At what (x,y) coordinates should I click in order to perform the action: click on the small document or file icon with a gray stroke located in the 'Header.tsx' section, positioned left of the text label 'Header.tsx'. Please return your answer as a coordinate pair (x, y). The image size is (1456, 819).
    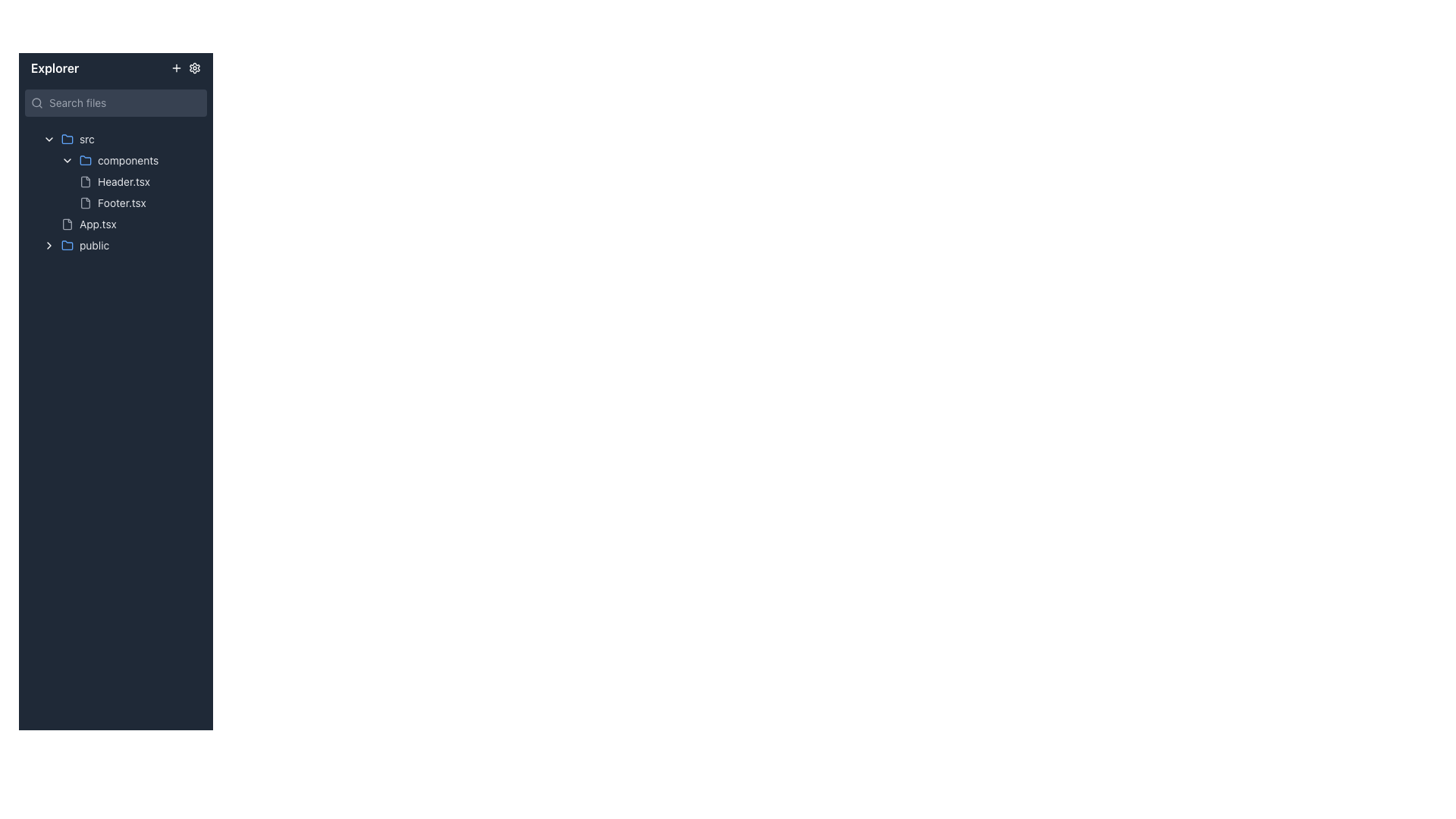
    Looking at the image, I should click on (85, 180).